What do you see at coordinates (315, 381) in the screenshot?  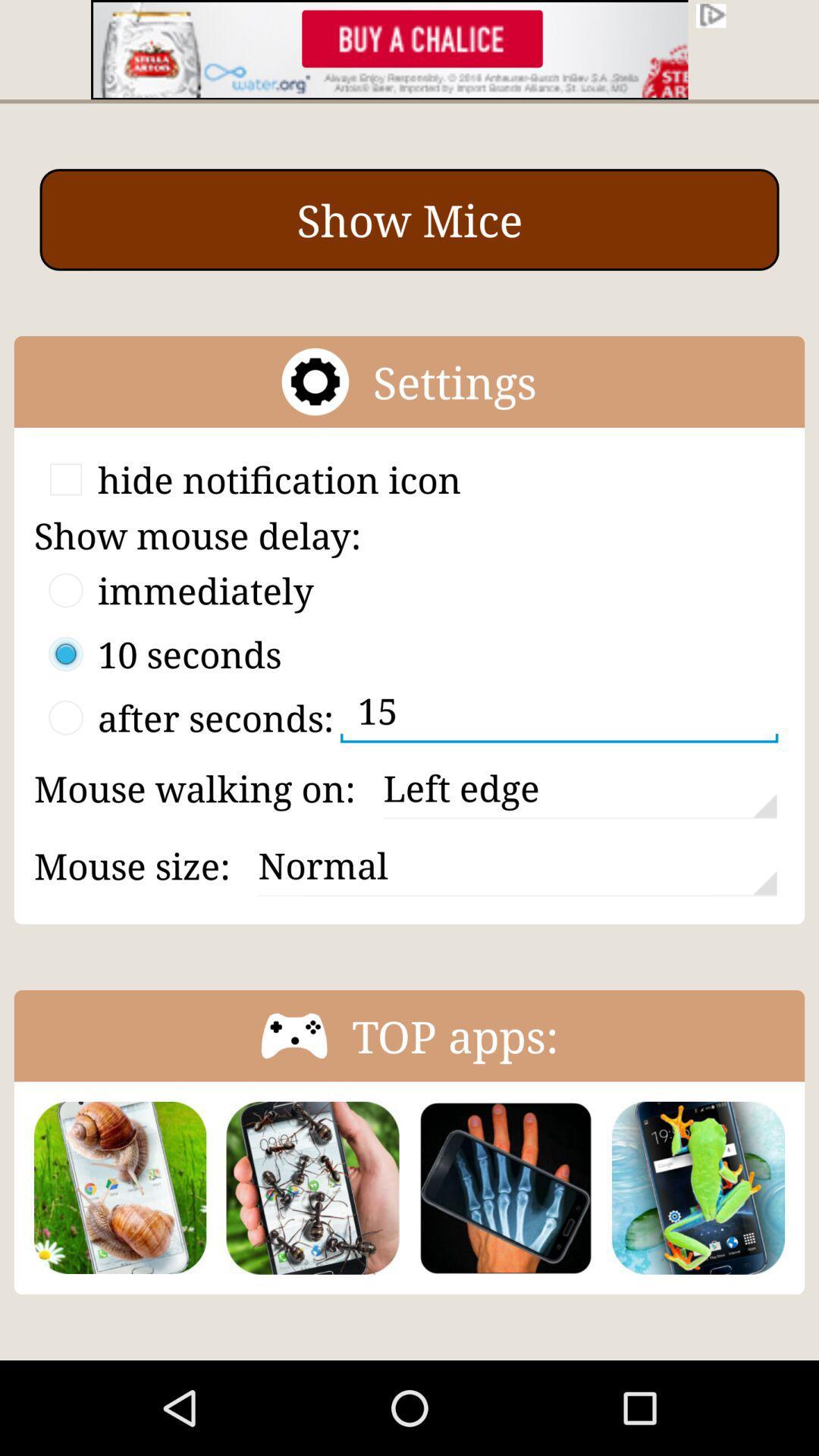 I see `the setting icon beside the settings text` at bounding box center [315, 381].